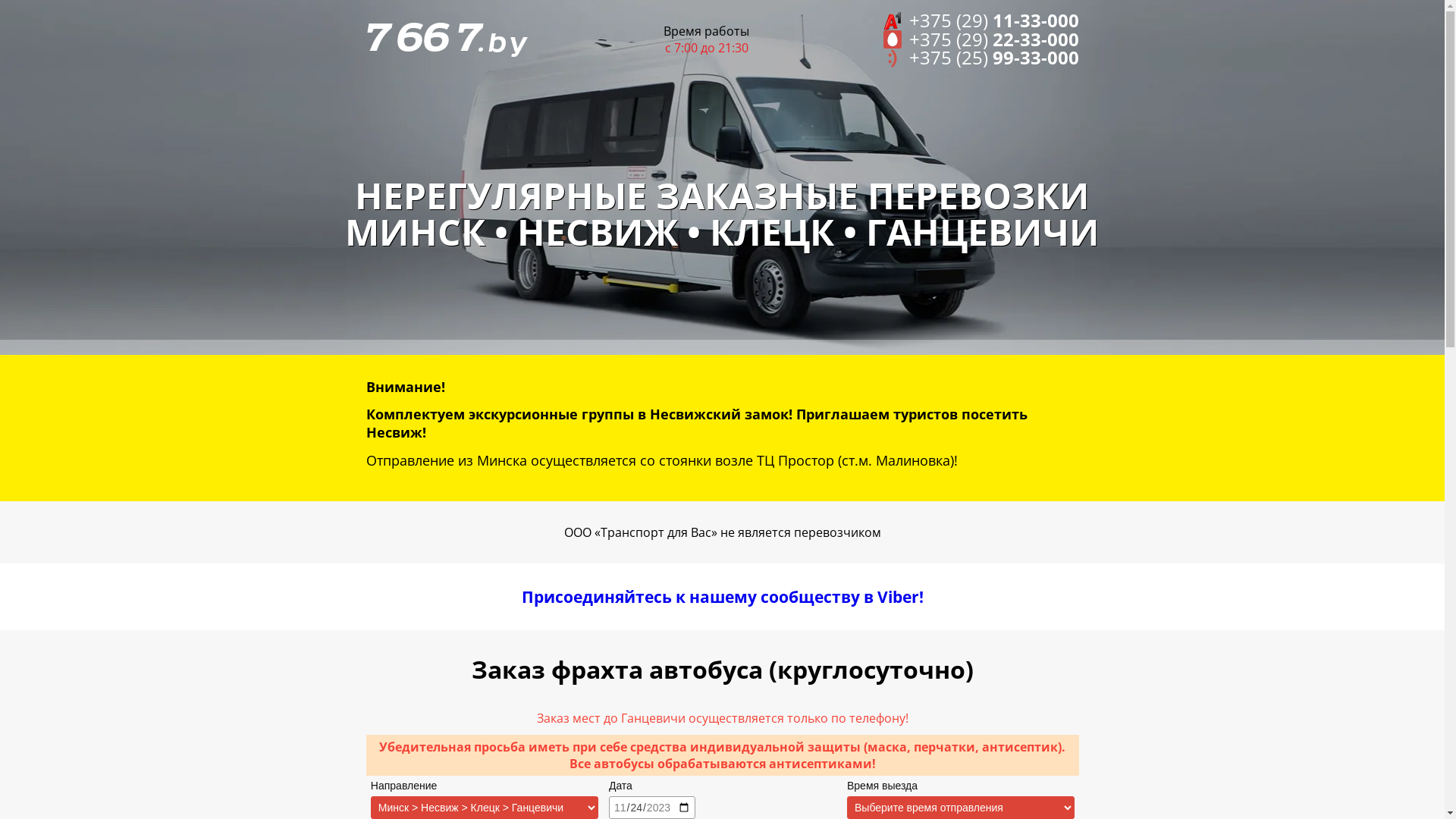  Describe the element at coordinates (981, 39) in the screenshot. I see `'+375 (29) 22-33-000'` at that location.